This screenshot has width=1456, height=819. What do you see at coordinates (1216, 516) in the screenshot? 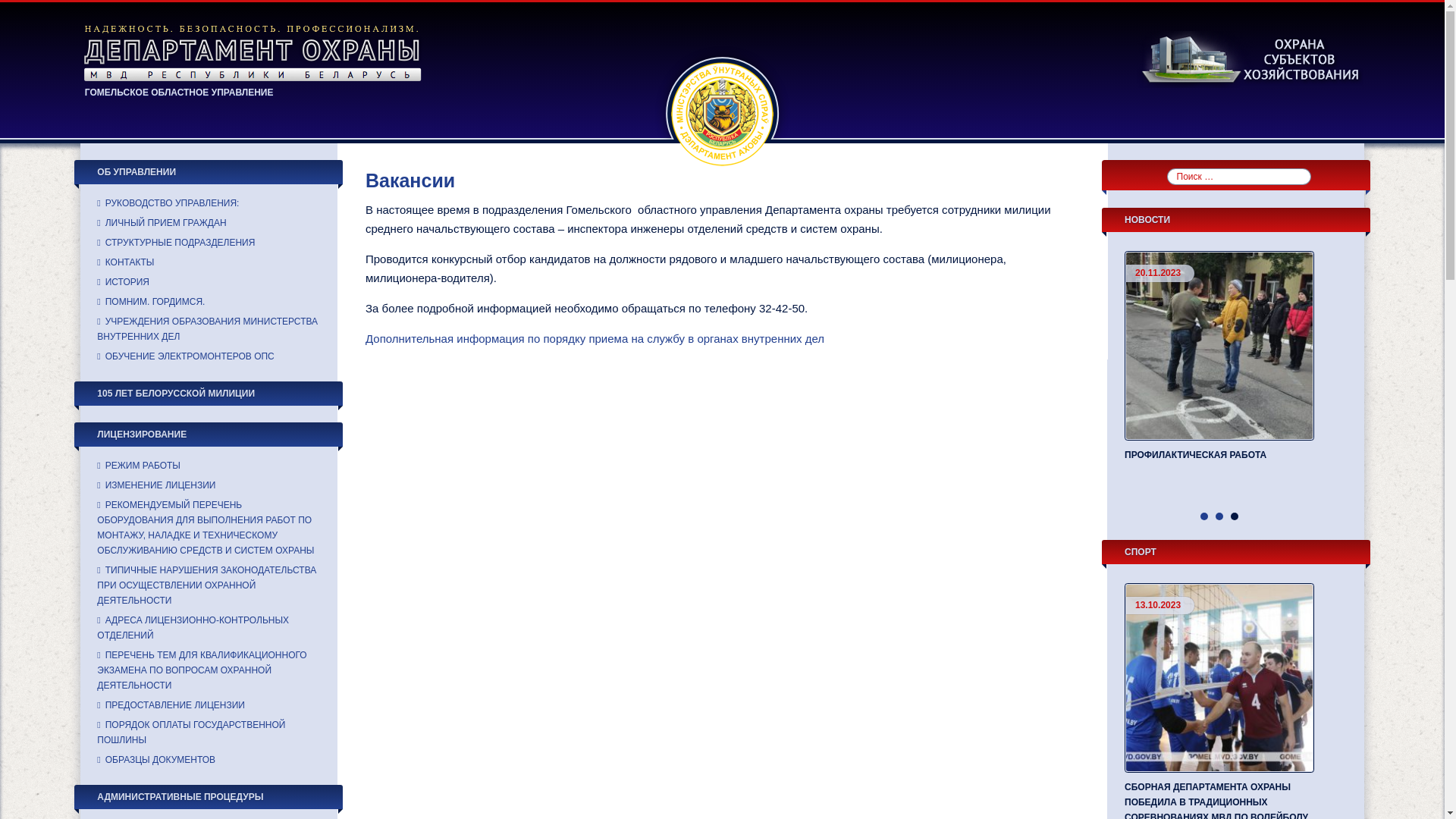
I see `'2'` at bounding box center [1216, 516].